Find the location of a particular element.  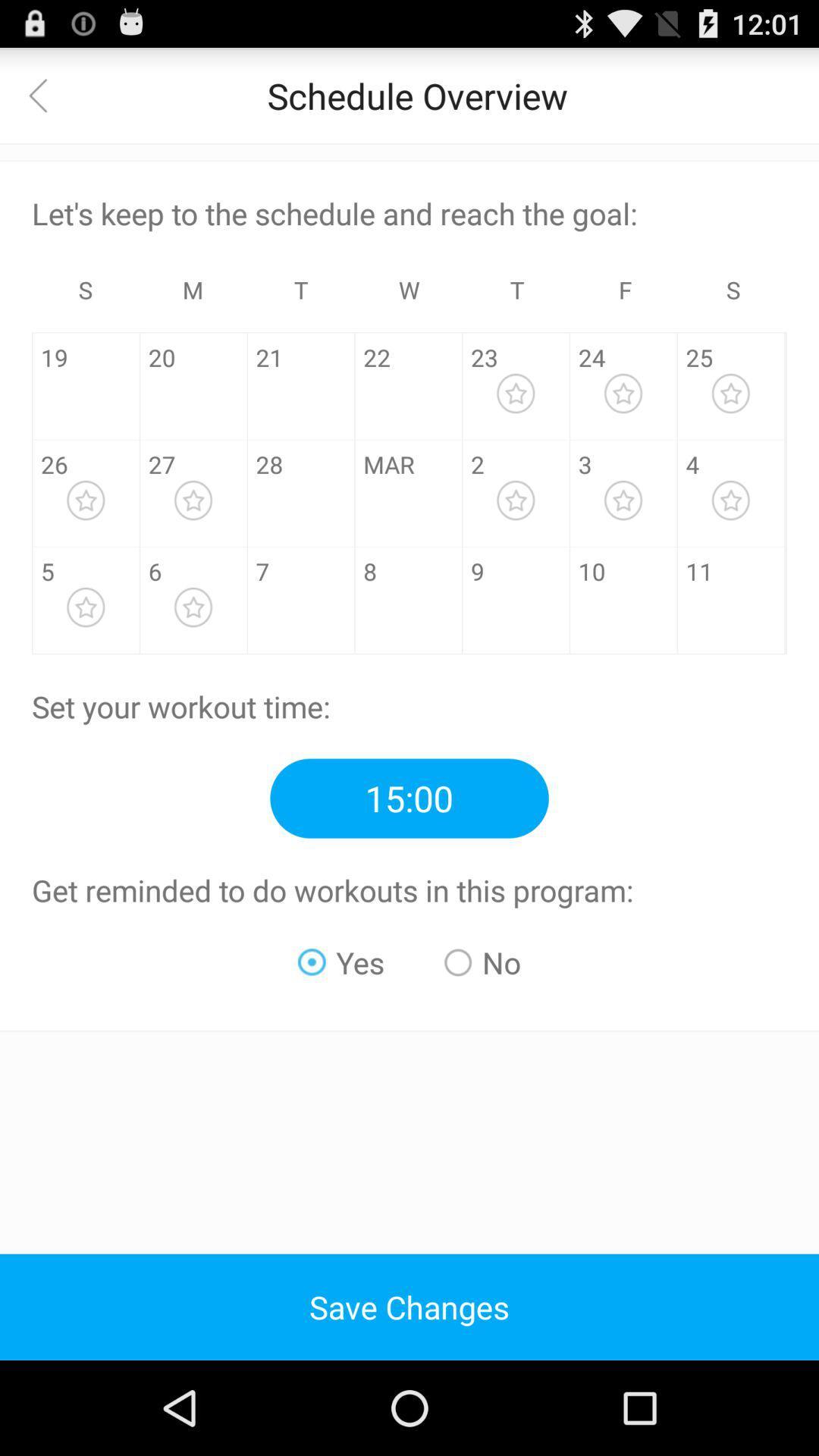

go back is located at coordinates (46, 94).